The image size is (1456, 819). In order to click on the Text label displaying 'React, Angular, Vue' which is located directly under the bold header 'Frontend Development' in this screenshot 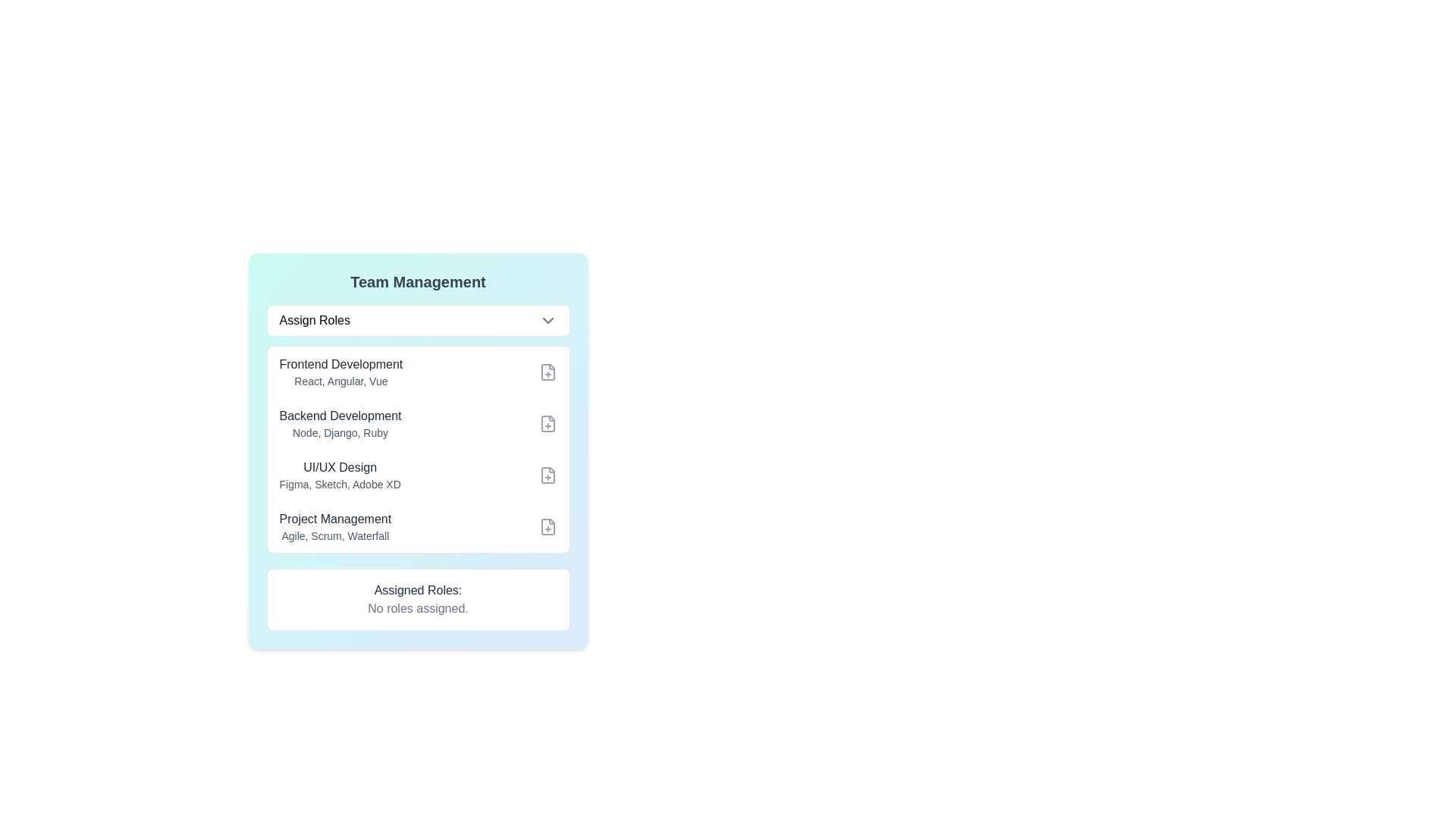, I will do `click(340, 380)`.